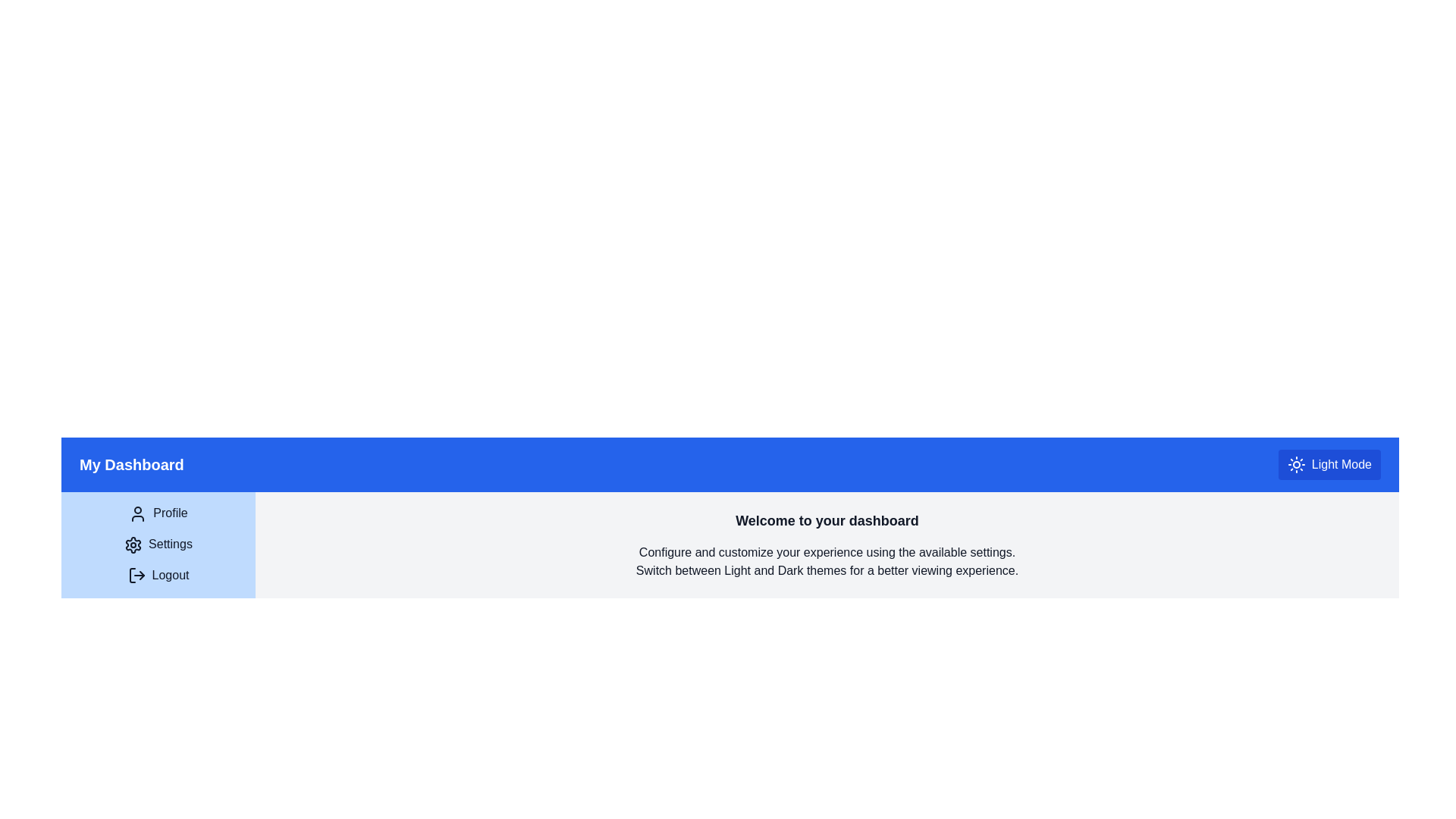 Image resolution: width=1456 pixels, height=819 pixels. What do you see at coordinates (826, 561) in the screenshot?
I see `the text block that contains the lines 'Configure and customize your experience using the available settings.' and 'Switch between Light and Dark themes for a better viewing experience.'` at bounding box center [826, 561].